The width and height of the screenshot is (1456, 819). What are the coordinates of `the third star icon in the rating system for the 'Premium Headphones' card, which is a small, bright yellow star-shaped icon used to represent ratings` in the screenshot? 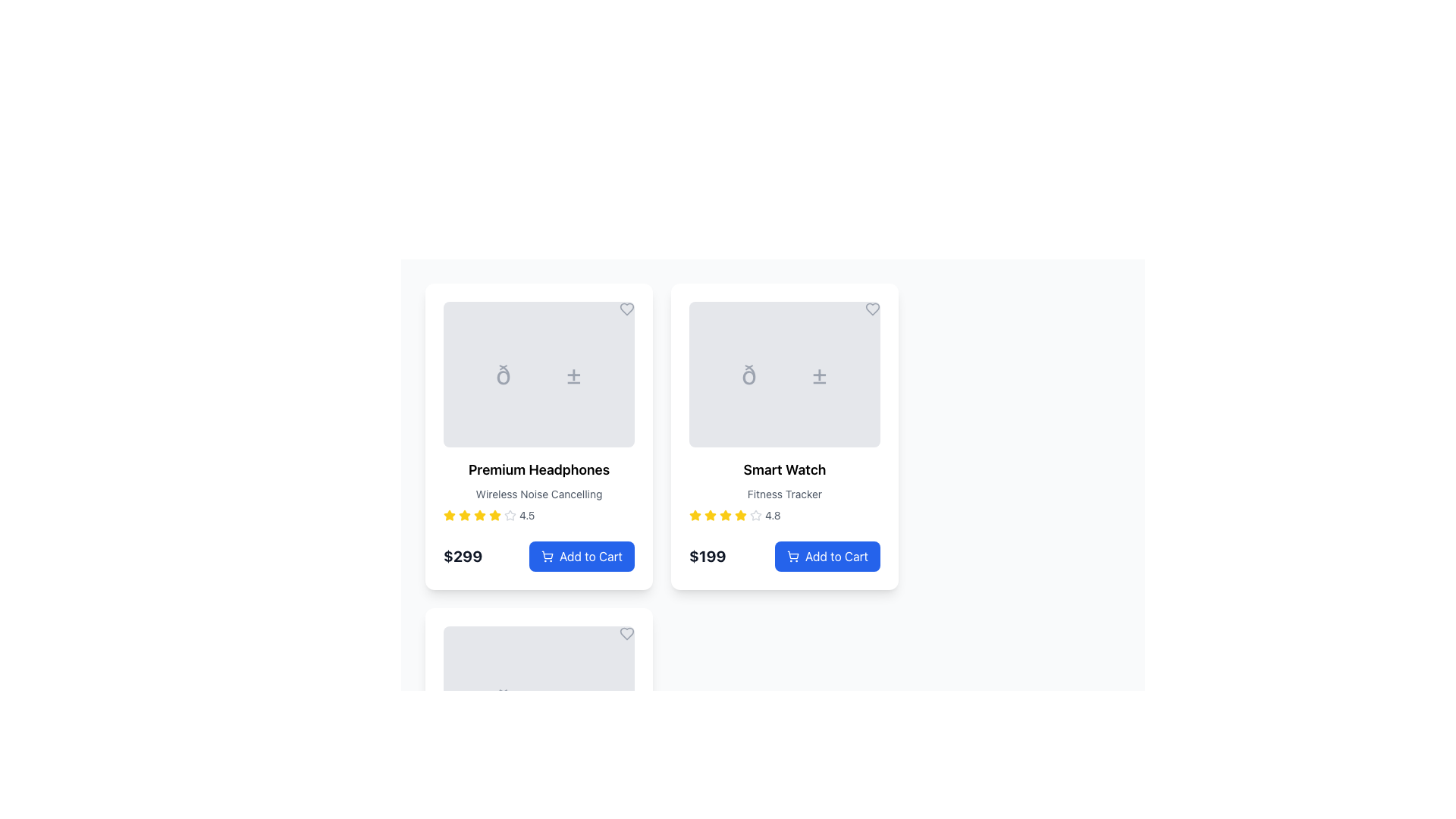 It's located at (479, 514).